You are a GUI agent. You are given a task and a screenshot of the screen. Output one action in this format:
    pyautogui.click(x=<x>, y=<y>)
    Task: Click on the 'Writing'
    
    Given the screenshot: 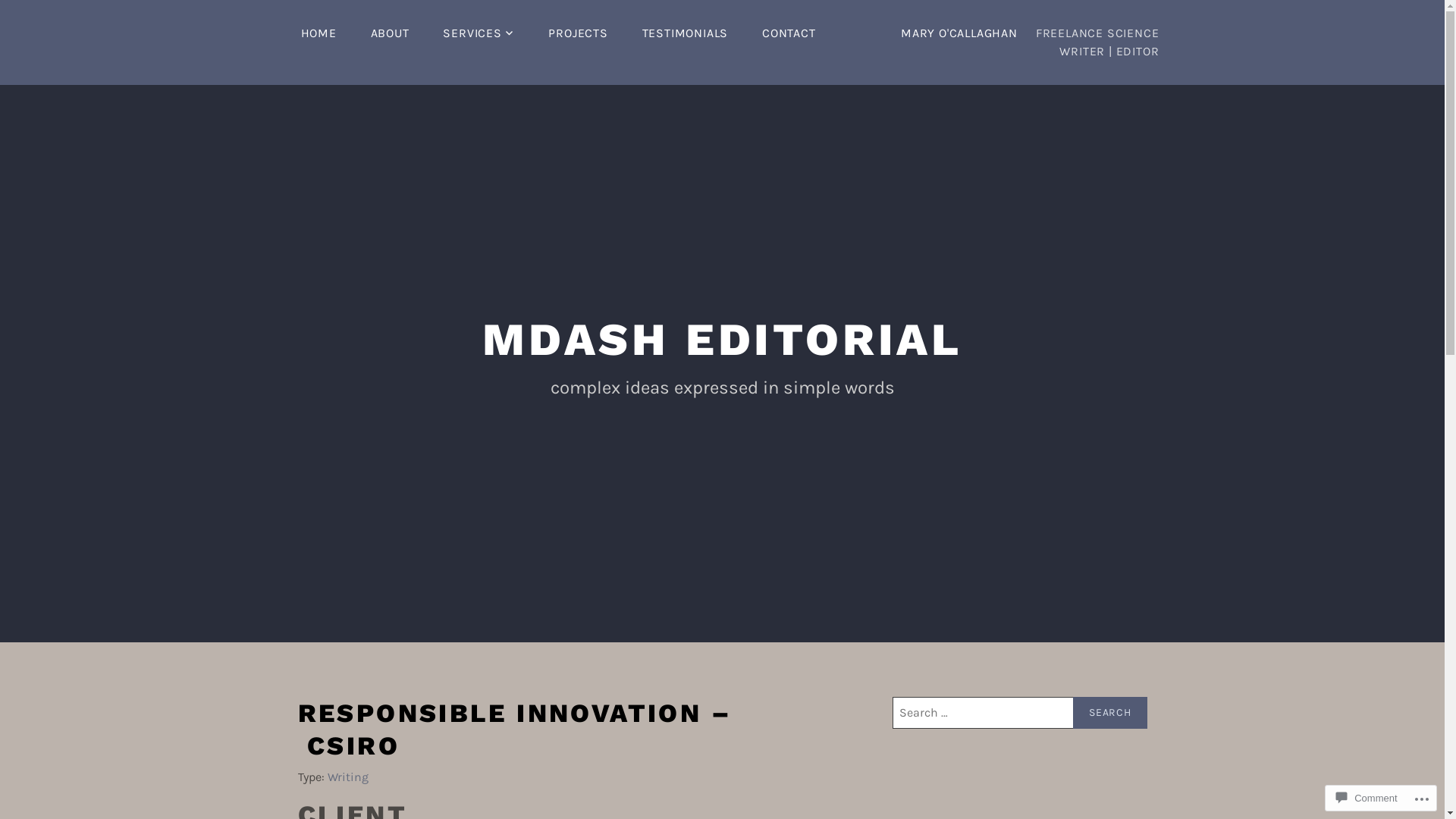 What is the action you would take?
    pyautogui.click(x=347, y=777)
    